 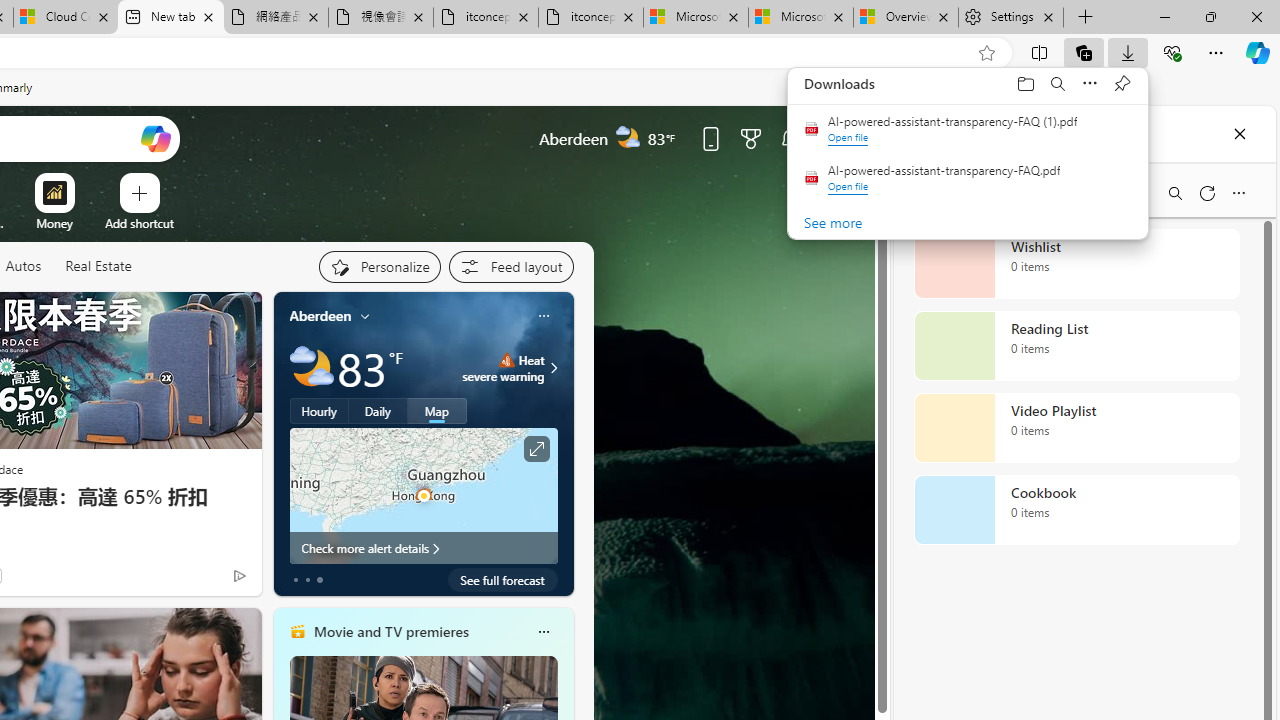 What do you see at coordinates (1076, 509) in the screenshot?
I see `'Cookbook collection, 0 items'` at bounding box center [1076, 509].